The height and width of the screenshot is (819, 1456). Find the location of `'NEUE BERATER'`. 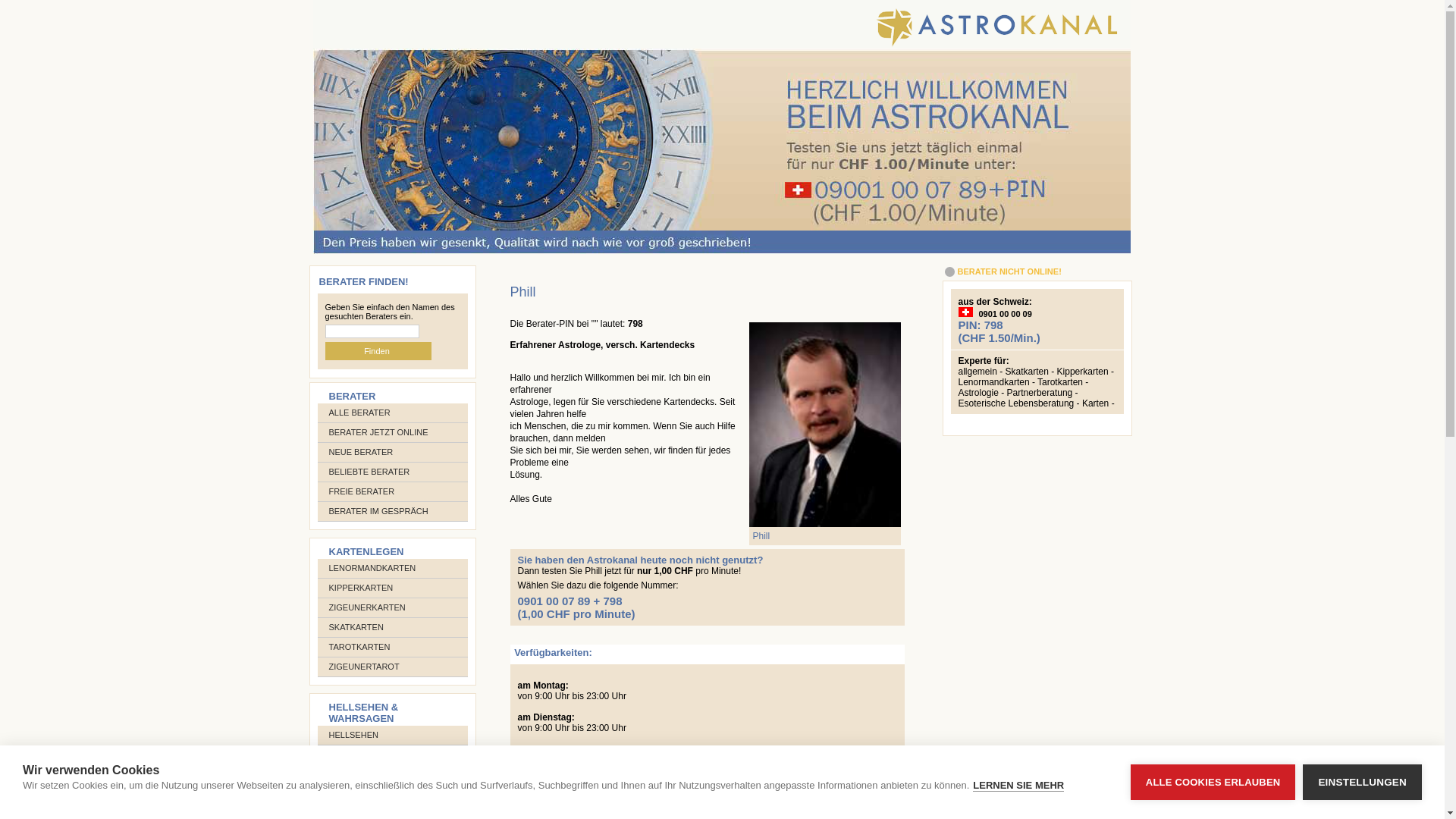

'NEUE BERATER' is located at coordinates (328, 451).